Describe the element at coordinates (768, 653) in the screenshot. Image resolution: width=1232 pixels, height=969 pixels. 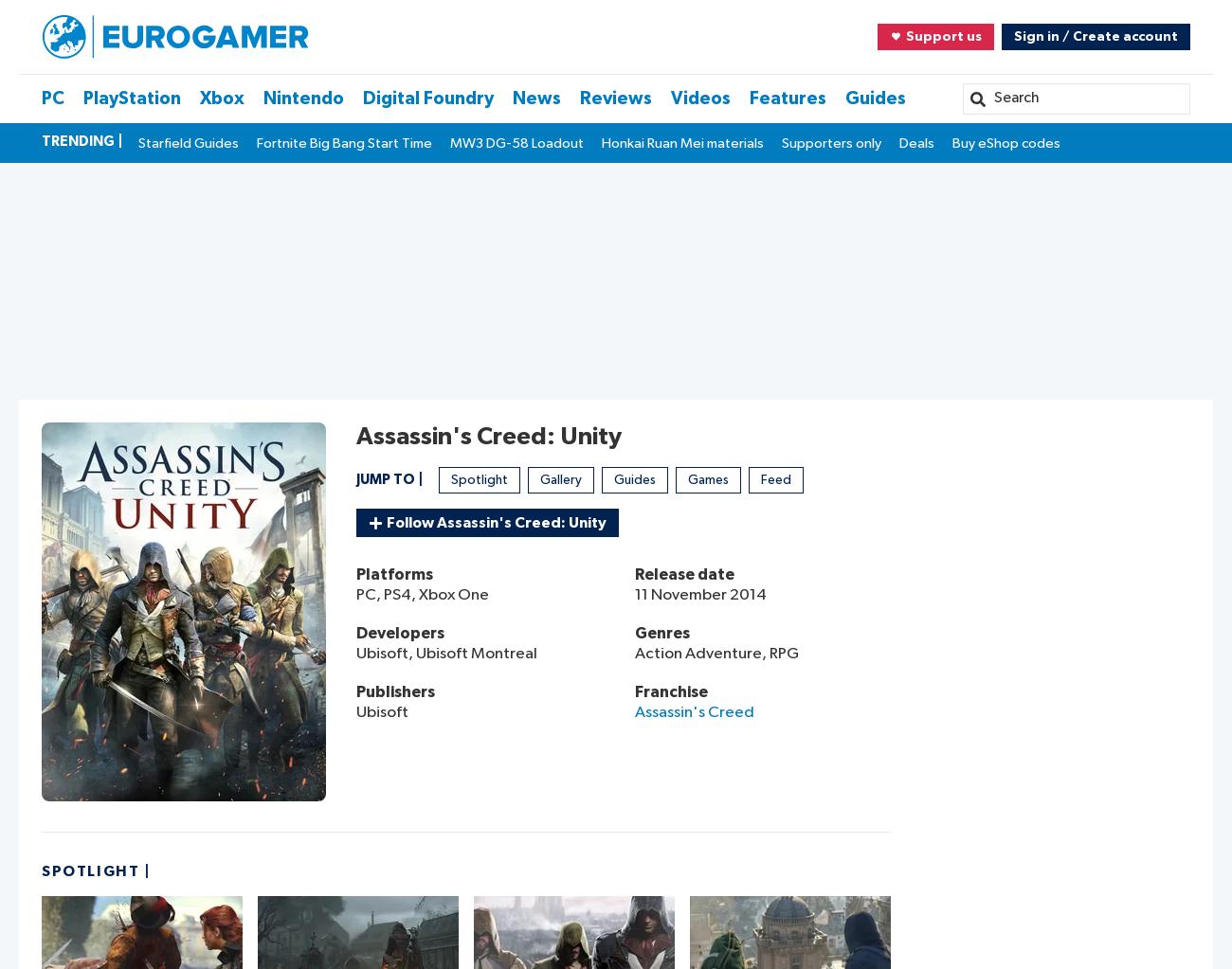
I see `'RPG'` at that location.